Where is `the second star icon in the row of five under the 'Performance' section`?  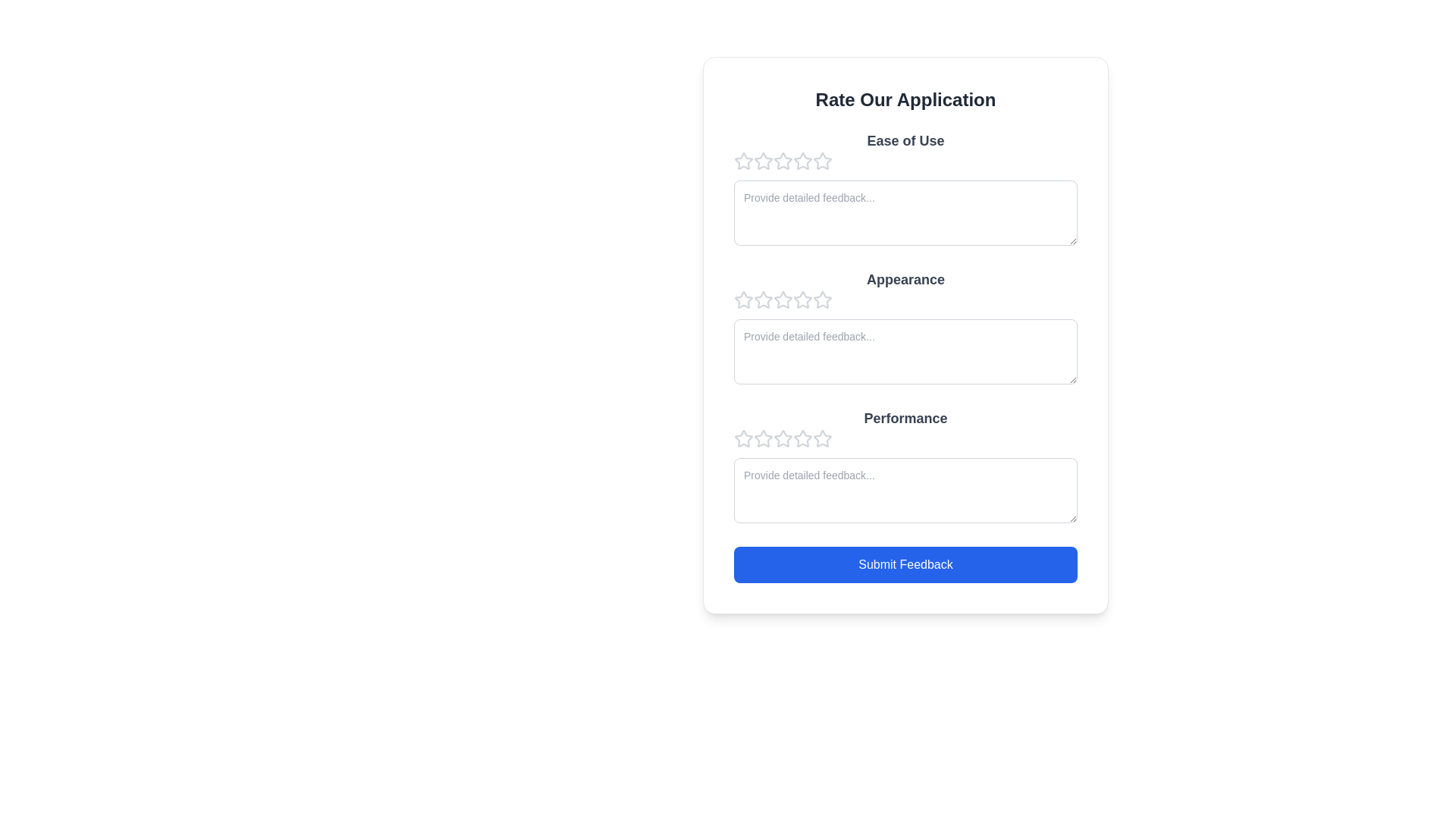 the second star icon in the row of five under the 'Performance' section is located at coordinates (783, 438).